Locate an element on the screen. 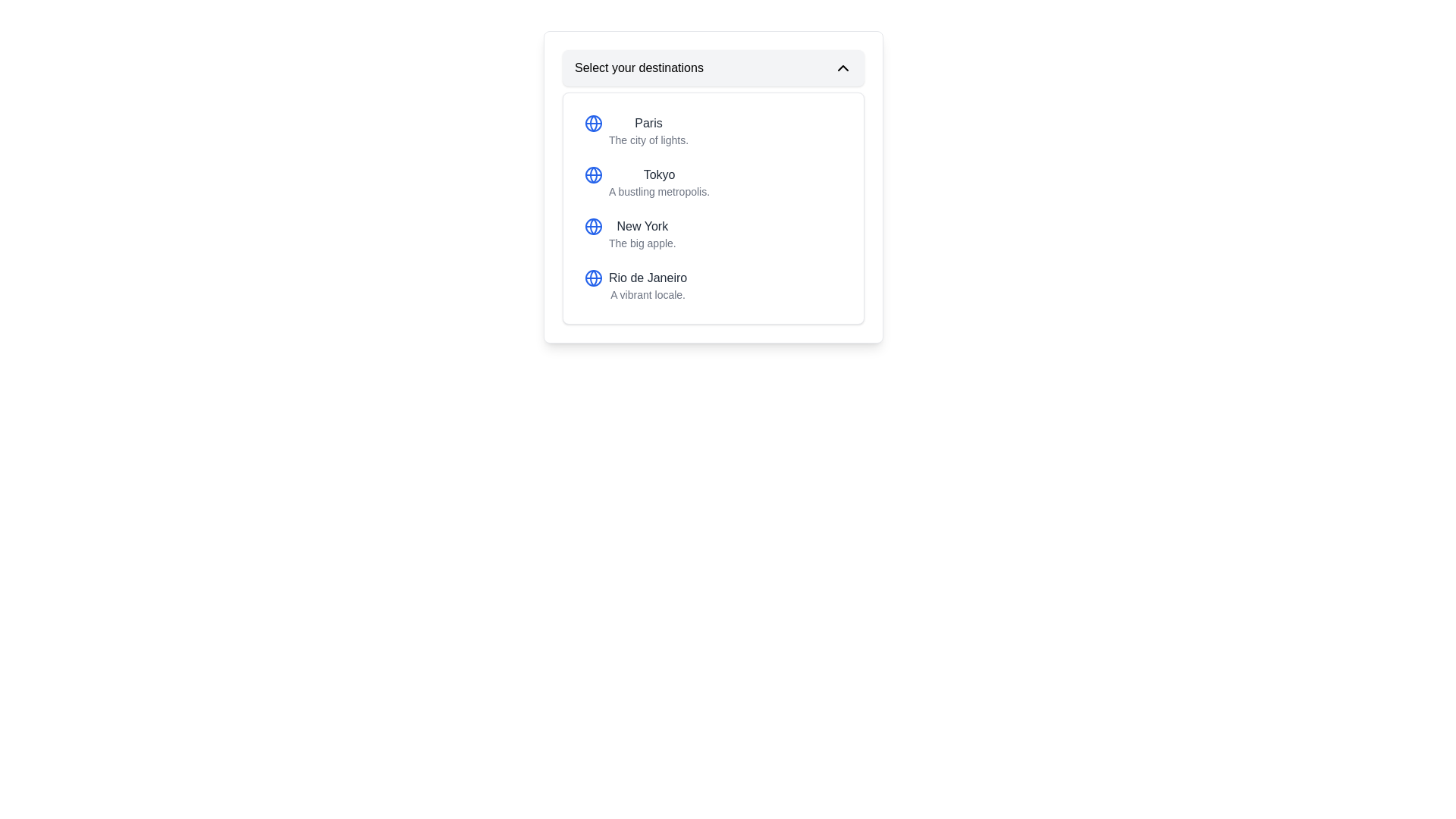  the text label reading 'A vibrant locale.' which is styled with a smaller font size and a lighter gray color, located below the bolded 'Rio de Janeiro' text in the dropdown list is located at coordinates (648, 295).